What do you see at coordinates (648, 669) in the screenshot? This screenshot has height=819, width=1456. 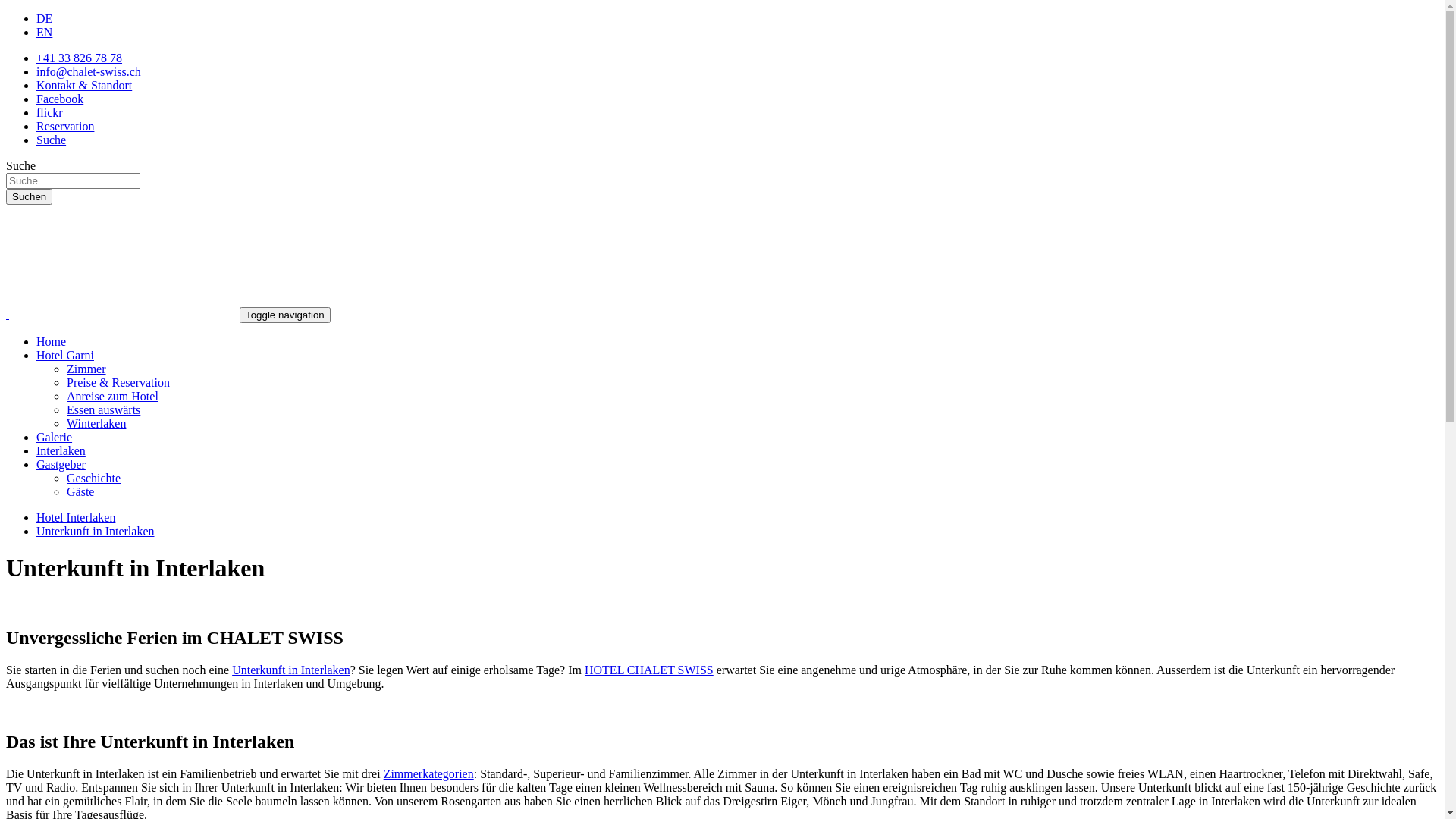 I see `'HOTEL CHALET SWISS'` at bounding box center [648, 669].